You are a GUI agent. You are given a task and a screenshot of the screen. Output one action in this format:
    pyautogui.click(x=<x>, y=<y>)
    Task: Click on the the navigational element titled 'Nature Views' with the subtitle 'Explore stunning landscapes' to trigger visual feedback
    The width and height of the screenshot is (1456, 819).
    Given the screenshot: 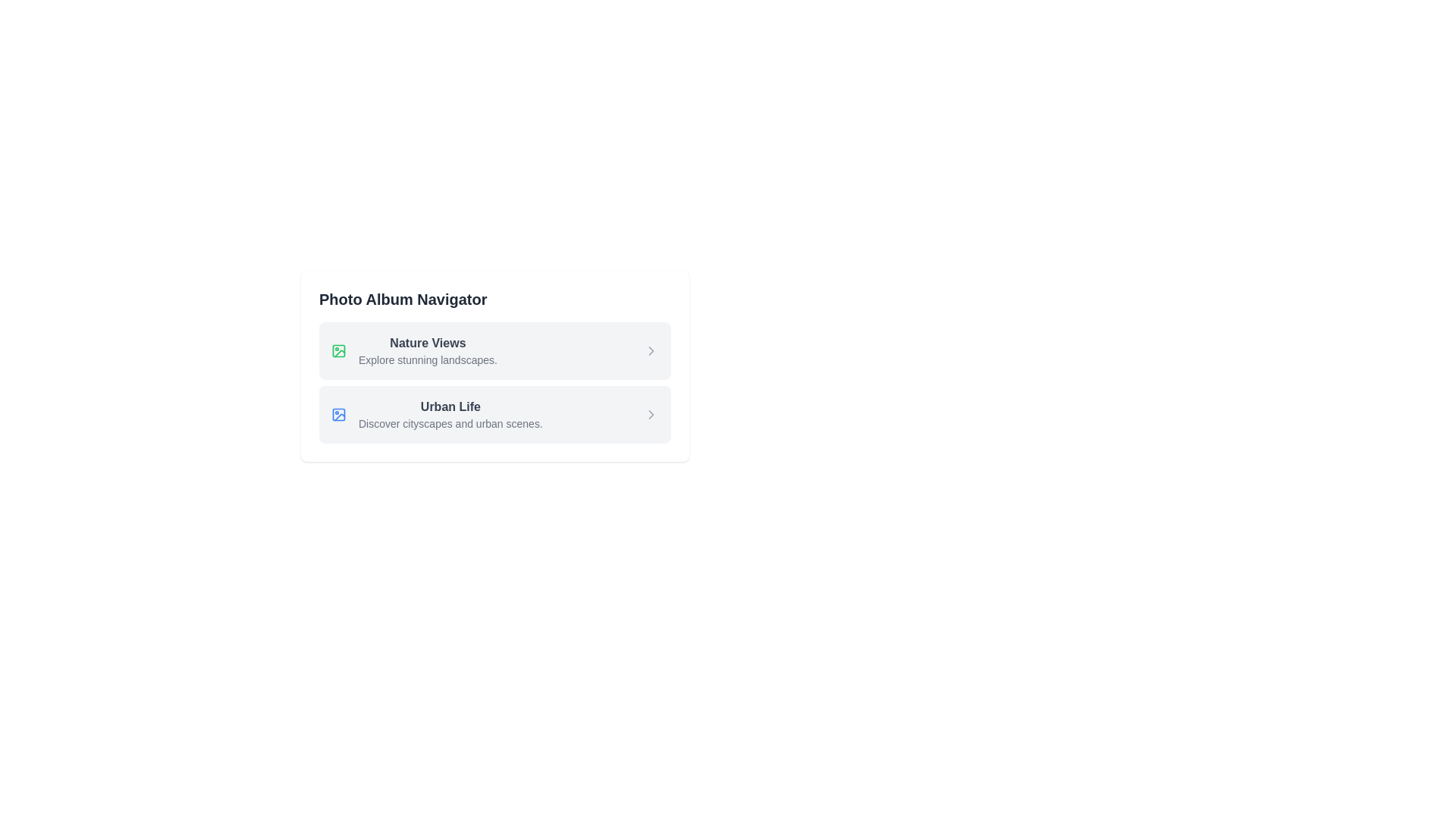 What is the action you would take?
    pyautogui.click(x=494, y=350)
    